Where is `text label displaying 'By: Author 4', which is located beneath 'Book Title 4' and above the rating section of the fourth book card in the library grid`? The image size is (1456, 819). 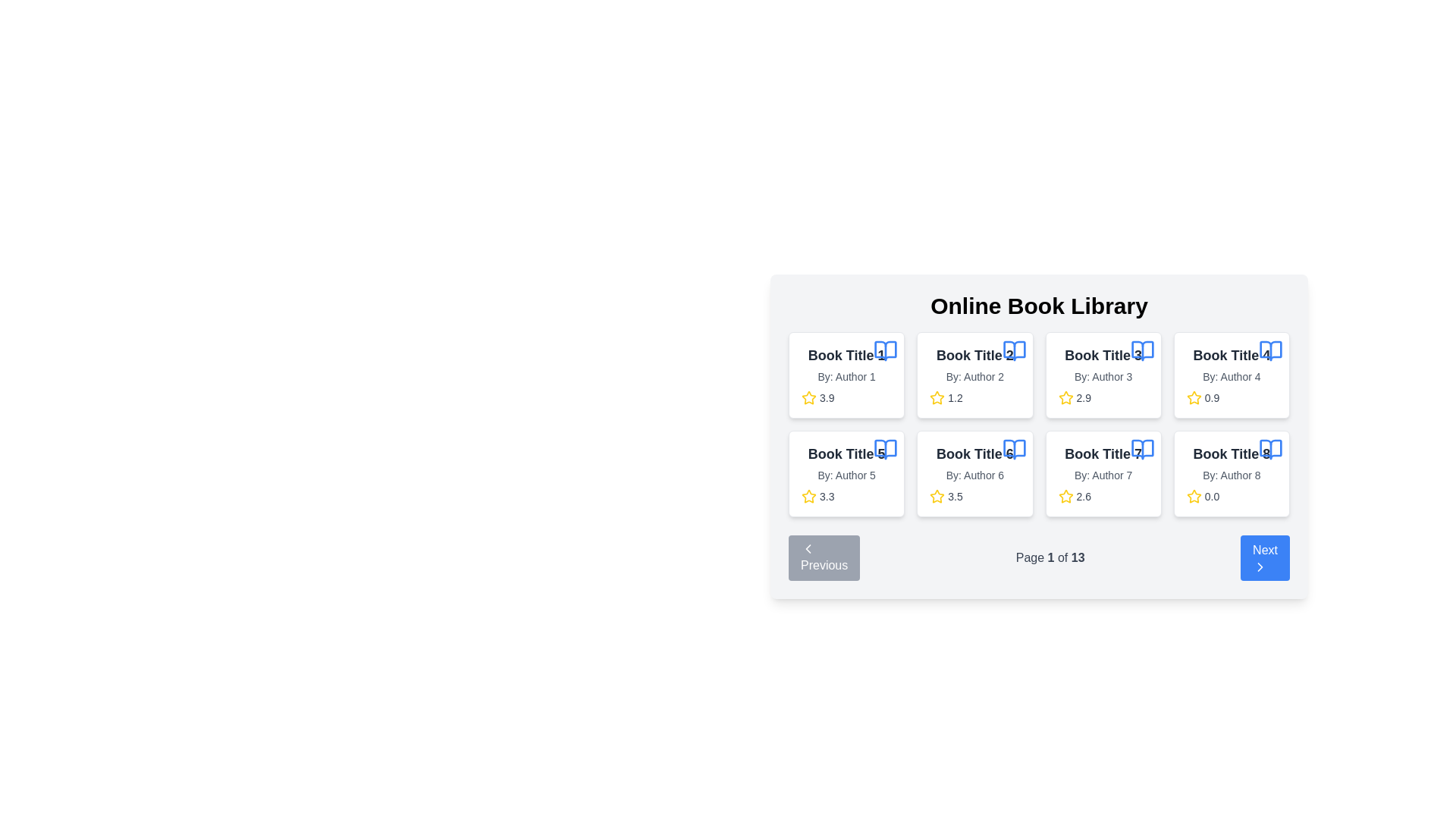 text label displaying 'By: Author 4', which is located beneath 'Book Title 4' and above the rating section of the fourth book card in the library grid is located at coordinates (1232, 376).